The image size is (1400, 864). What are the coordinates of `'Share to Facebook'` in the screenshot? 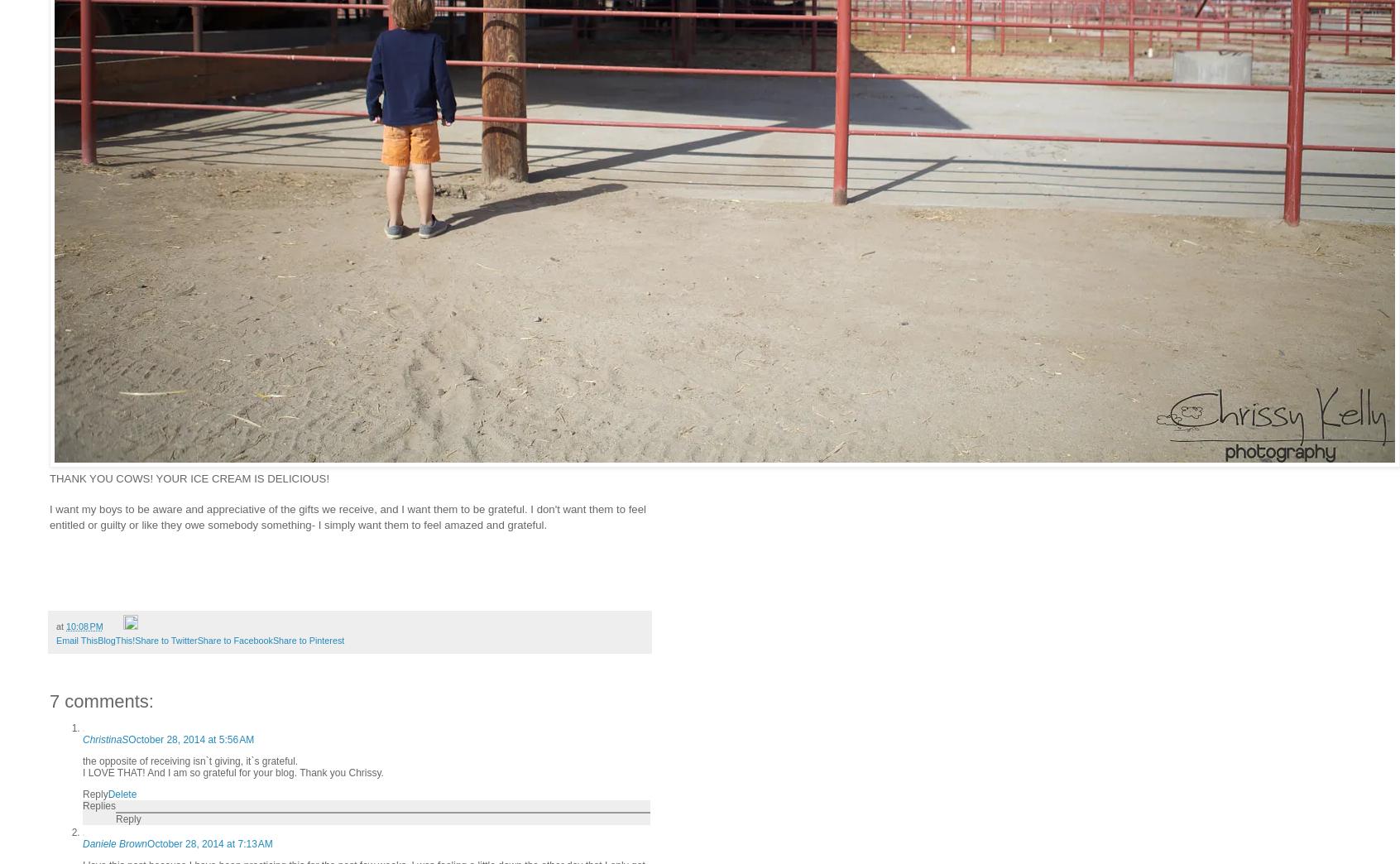 It's located at (233, 641).